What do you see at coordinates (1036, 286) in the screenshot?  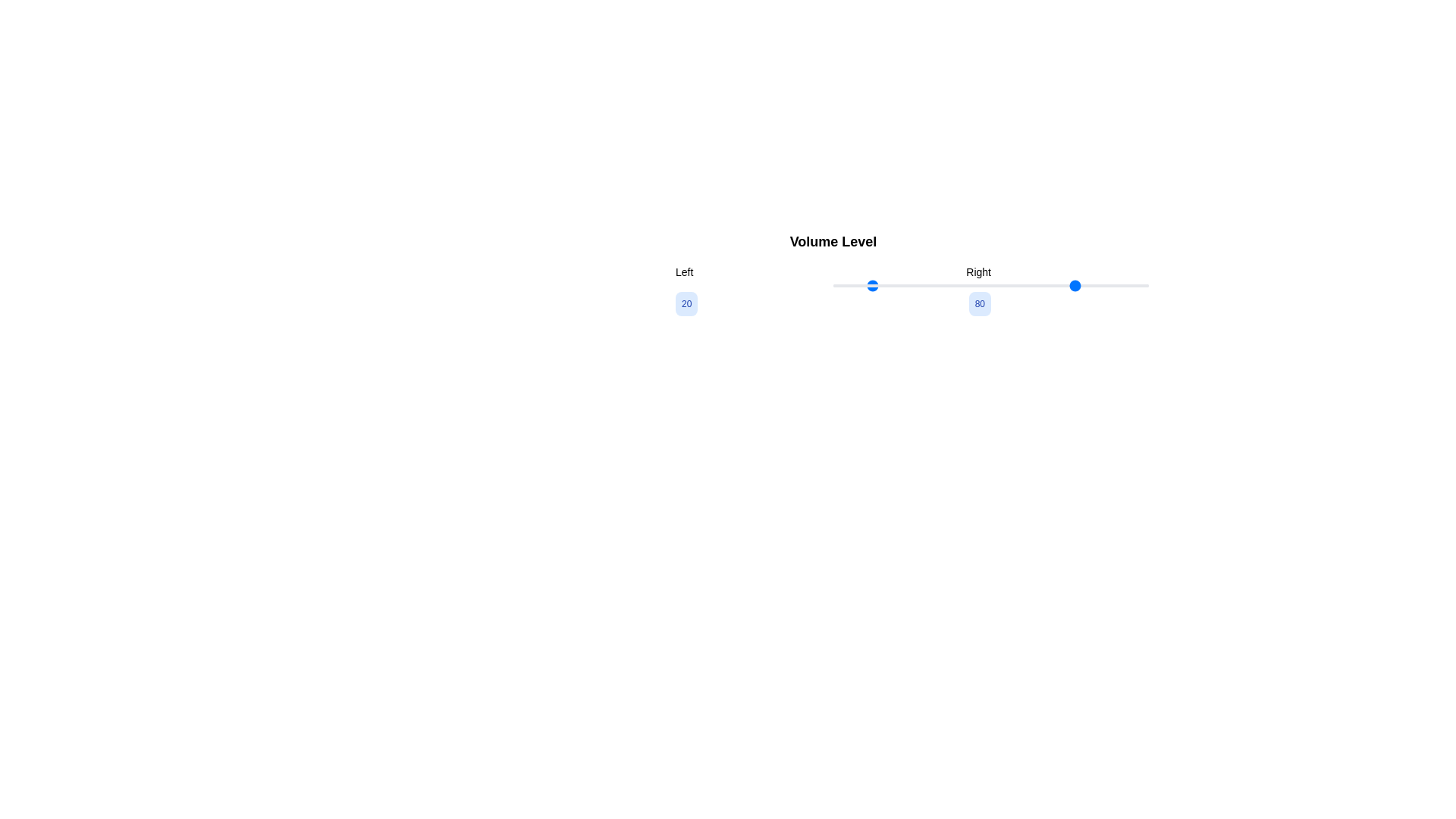 I see `the slider value` at bounding box center [1036, 286].